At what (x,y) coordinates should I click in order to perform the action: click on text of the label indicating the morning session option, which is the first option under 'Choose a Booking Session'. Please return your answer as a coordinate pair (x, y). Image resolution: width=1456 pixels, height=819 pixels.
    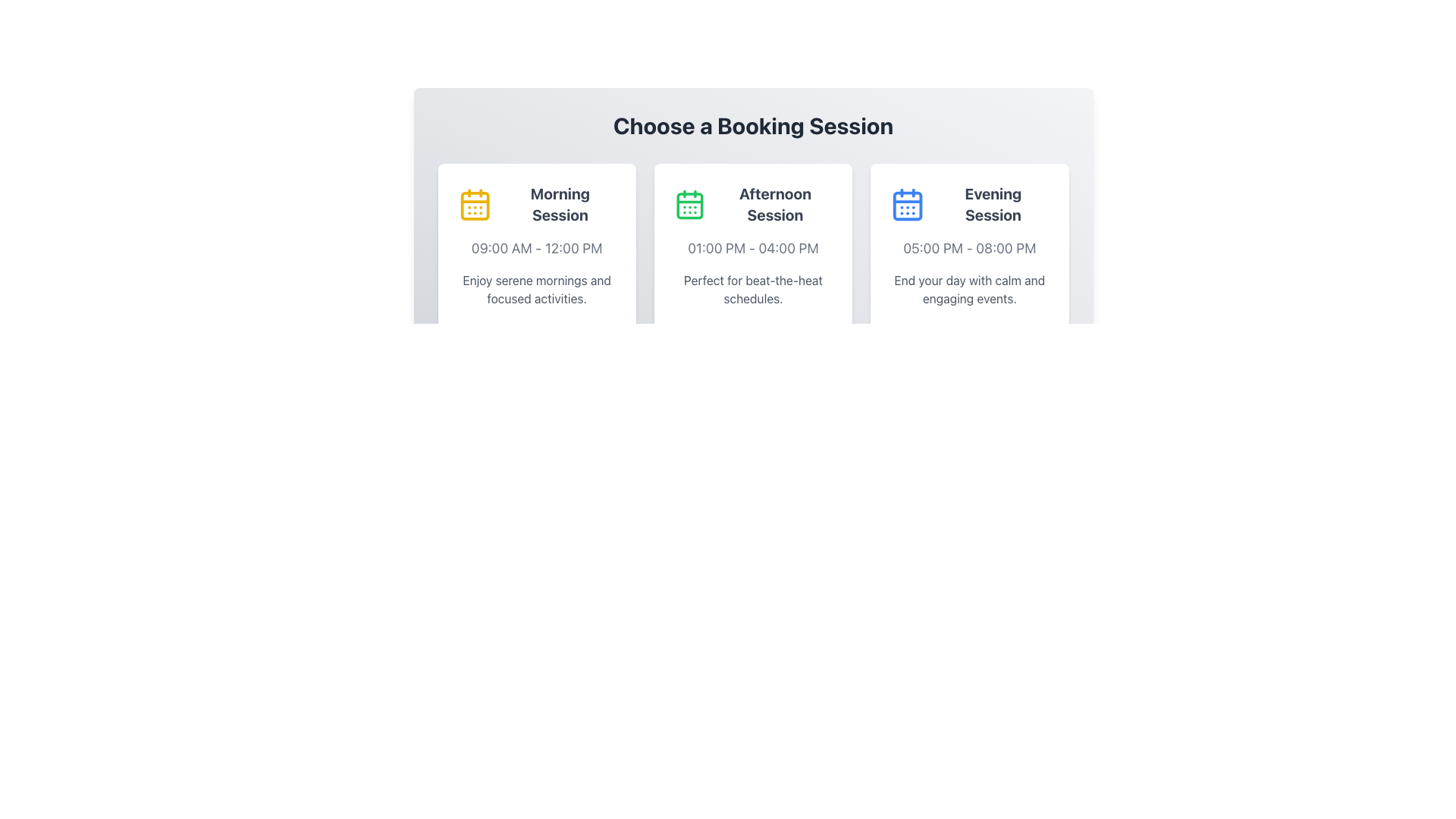
    Looking at the image, I should click on (559, 205).